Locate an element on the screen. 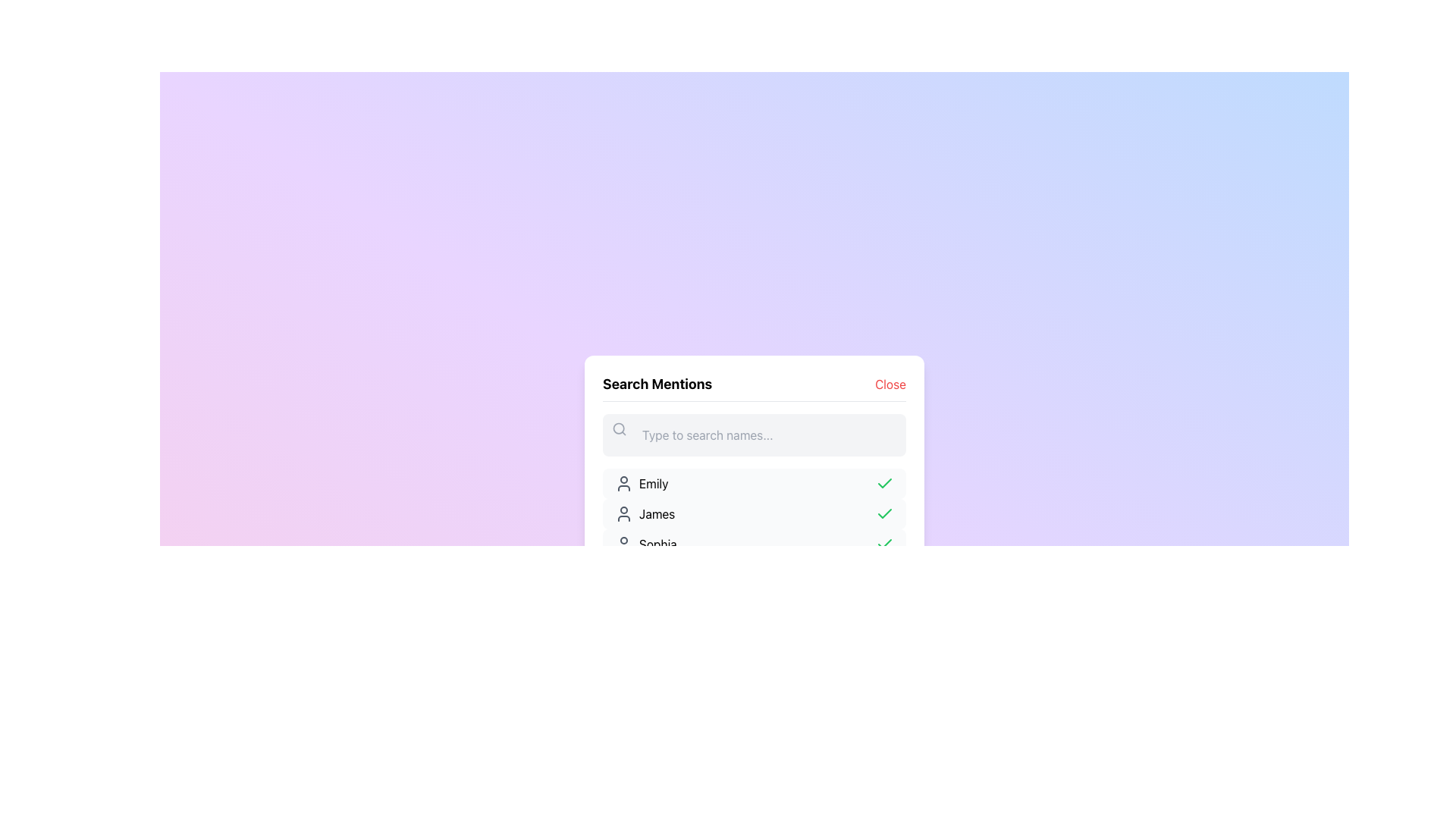 The width and height of the screenshot is (1456, 819). the search bar element, which is a gray rounded rectangle with a magnifying glass icon and the placeholder text 'Type to search names...' is located at coordinates (754, 435).